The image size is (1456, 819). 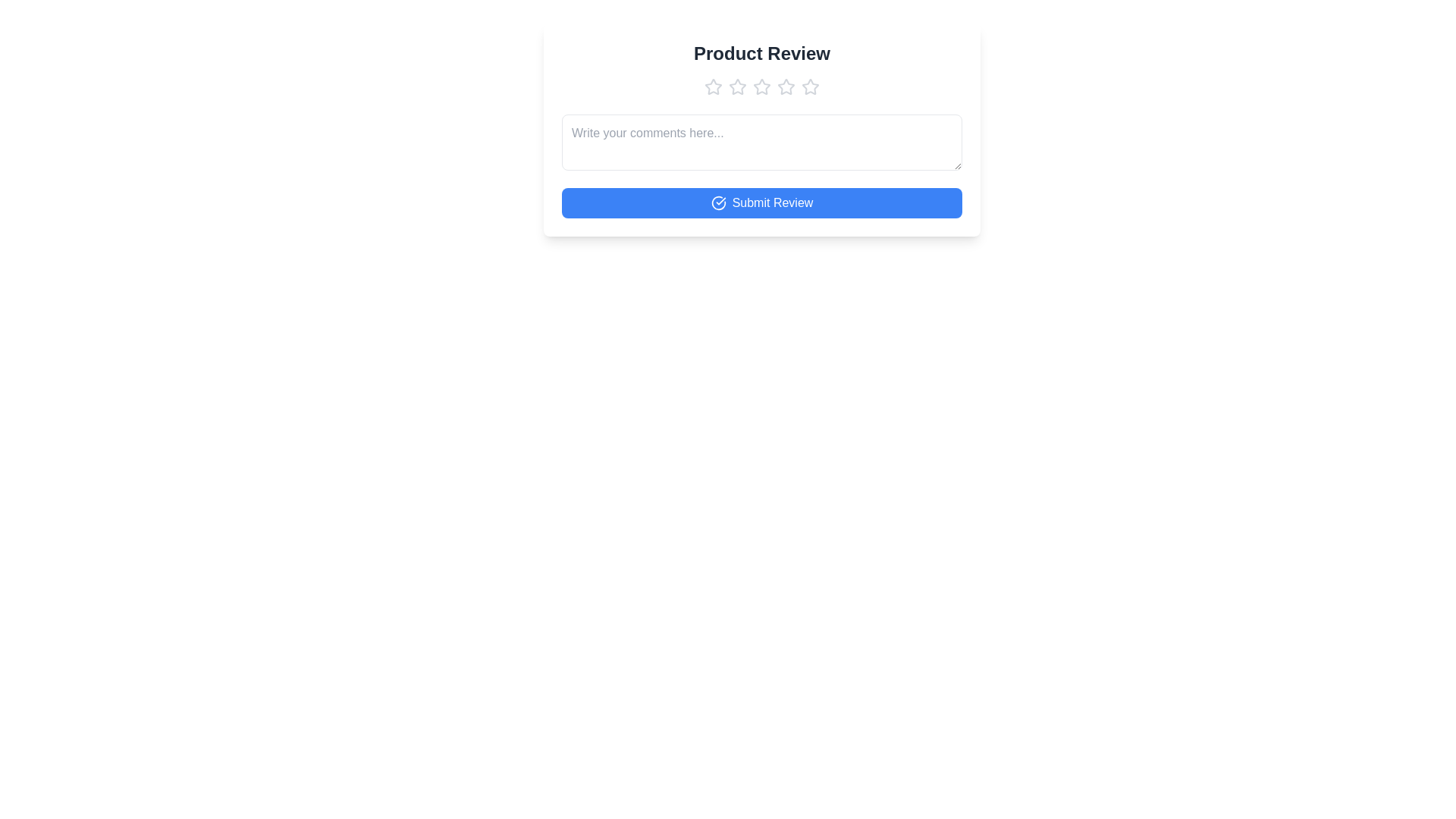 I want to click on the star corresponding to the desired rating 2, so click(x=738, y=87).